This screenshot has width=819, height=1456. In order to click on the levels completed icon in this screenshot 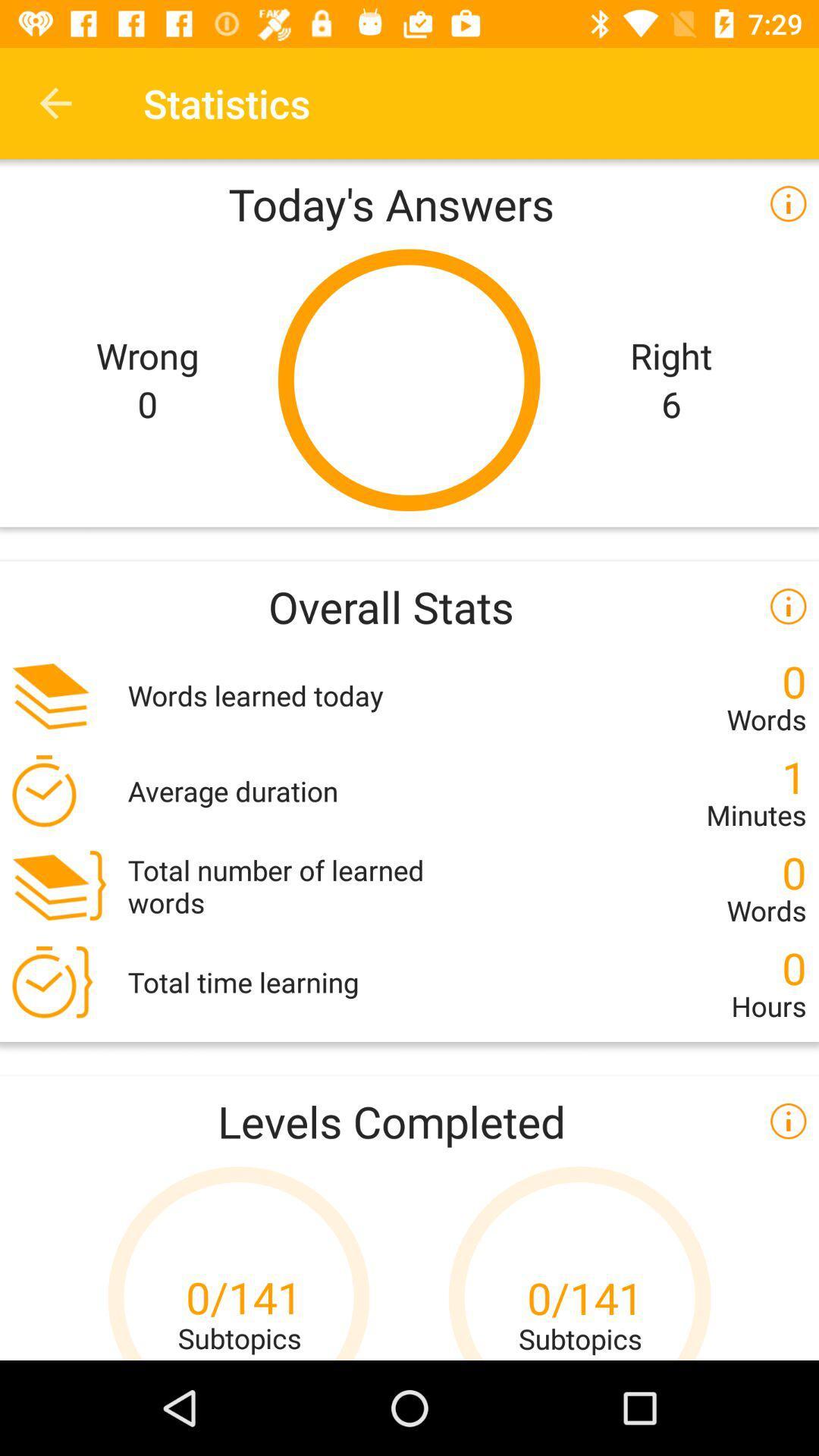, I will do `click(409, 1121)`.